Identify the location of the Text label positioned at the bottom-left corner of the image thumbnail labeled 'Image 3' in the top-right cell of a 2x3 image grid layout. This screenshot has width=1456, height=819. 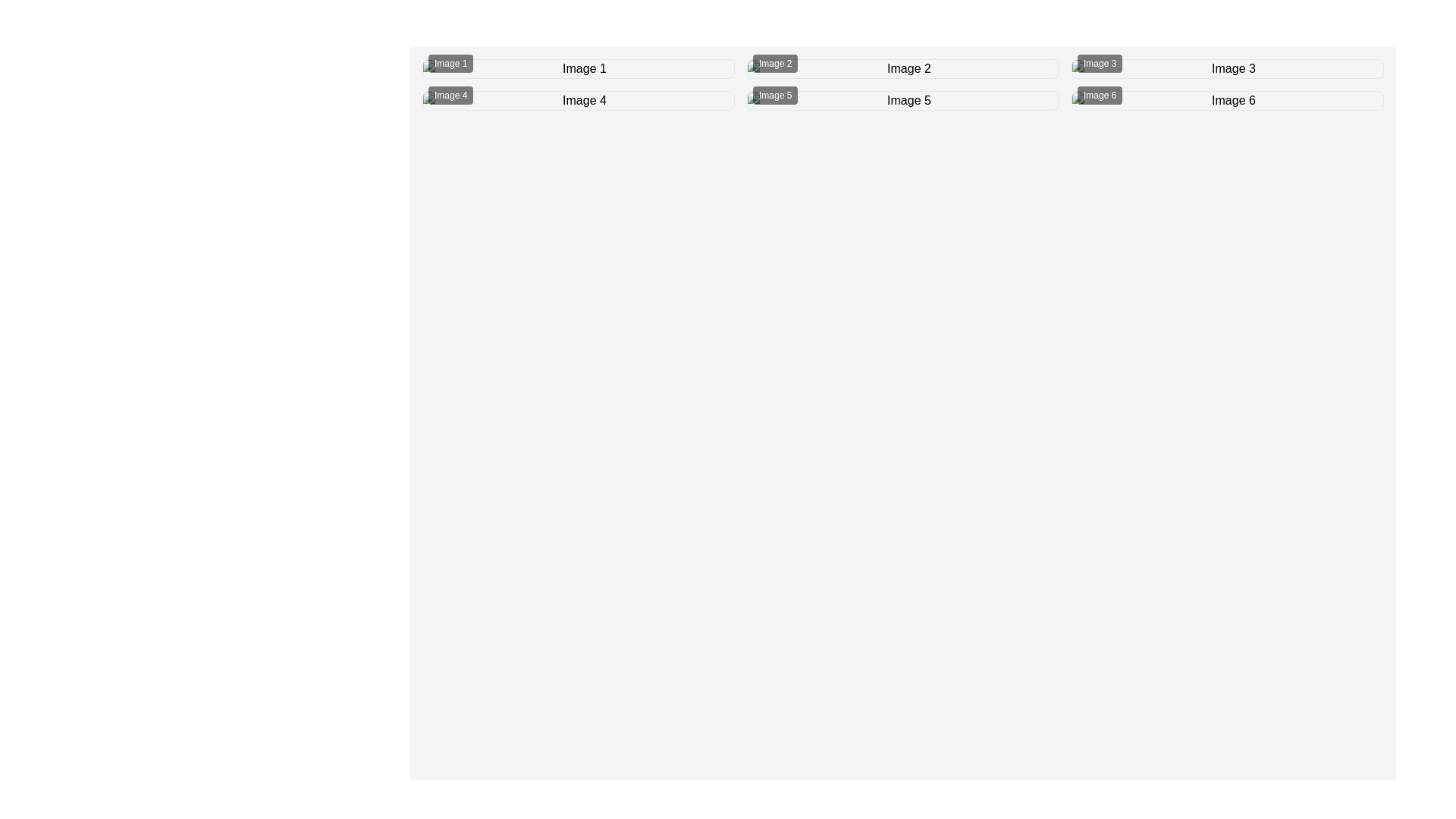
(1100, 63).